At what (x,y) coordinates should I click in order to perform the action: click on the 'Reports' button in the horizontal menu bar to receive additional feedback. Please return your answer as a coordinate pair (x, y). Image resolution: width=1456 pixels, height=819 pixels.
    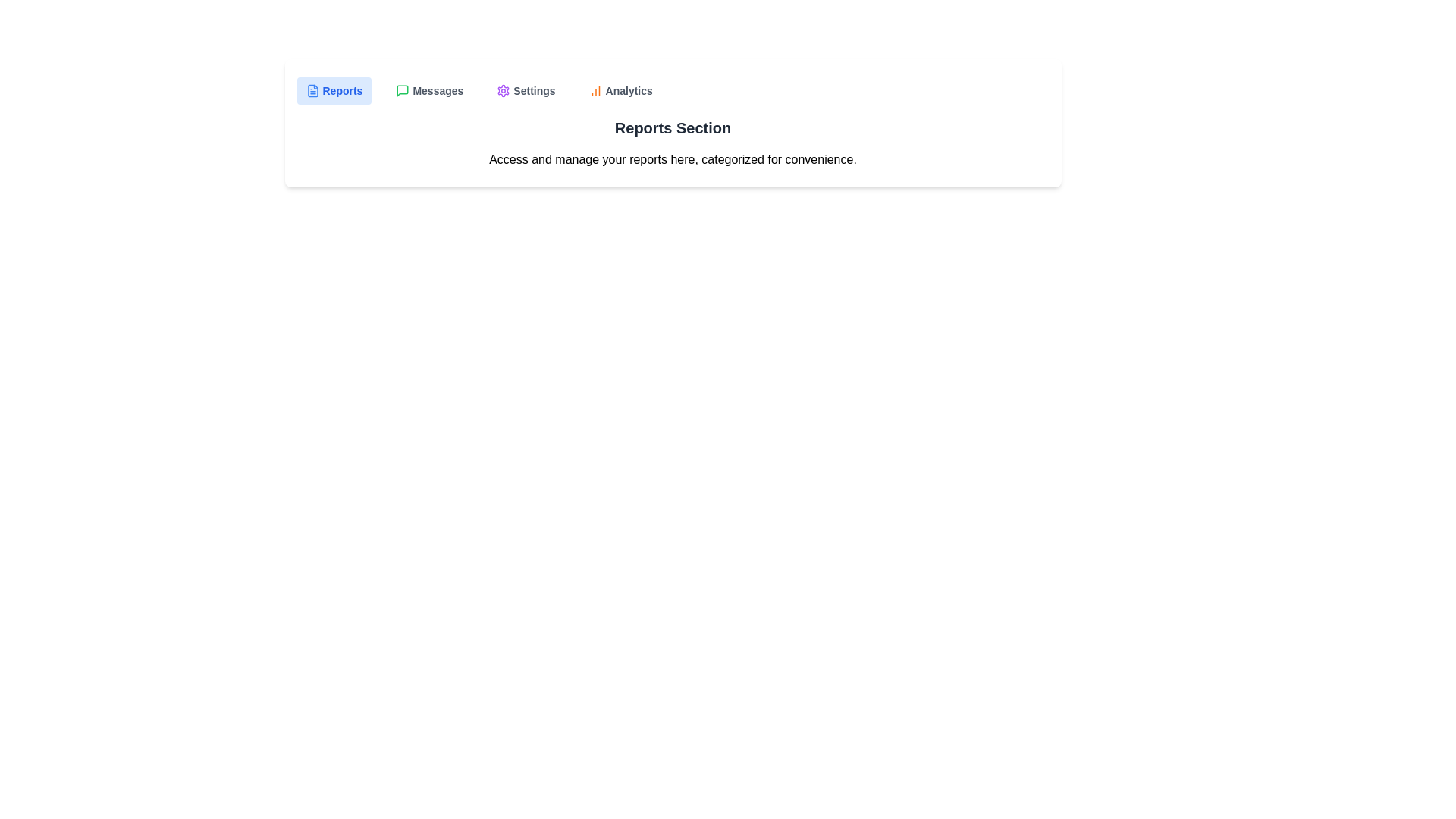
    Looking at the image, I should click on (334, 90).